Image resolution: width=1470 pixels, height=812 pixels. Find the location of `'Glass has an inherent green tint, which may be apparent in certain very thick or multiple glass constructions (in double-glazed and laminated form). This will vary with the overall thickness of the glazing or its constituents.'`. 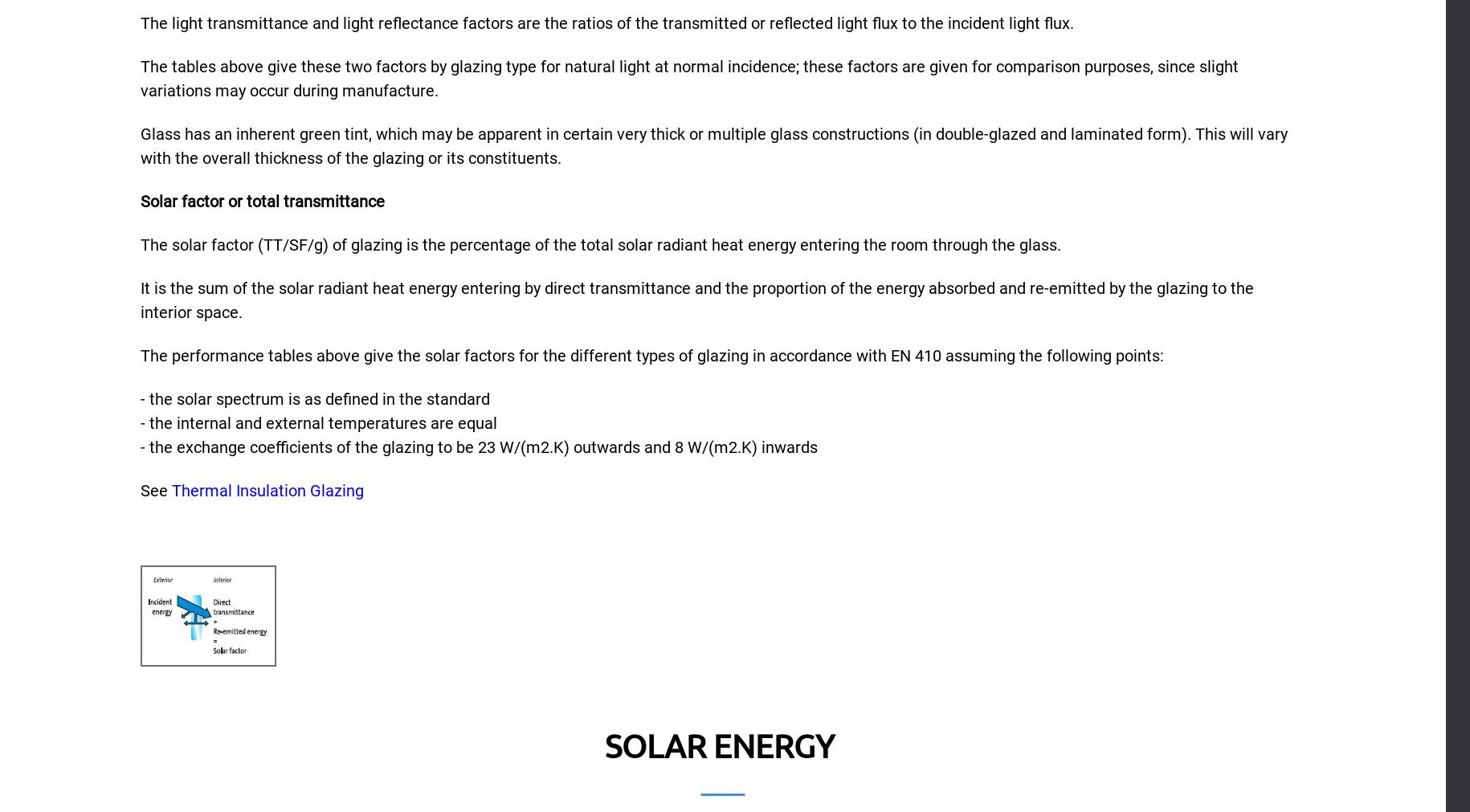

'Glass has an inherent green tint, which may be apparent in certain very thick or multiple glass constructions (in double-glazed and laminated form). This will vary with the overall thickness of the glazing or its constituents.' is located at coordinates (140, 145).